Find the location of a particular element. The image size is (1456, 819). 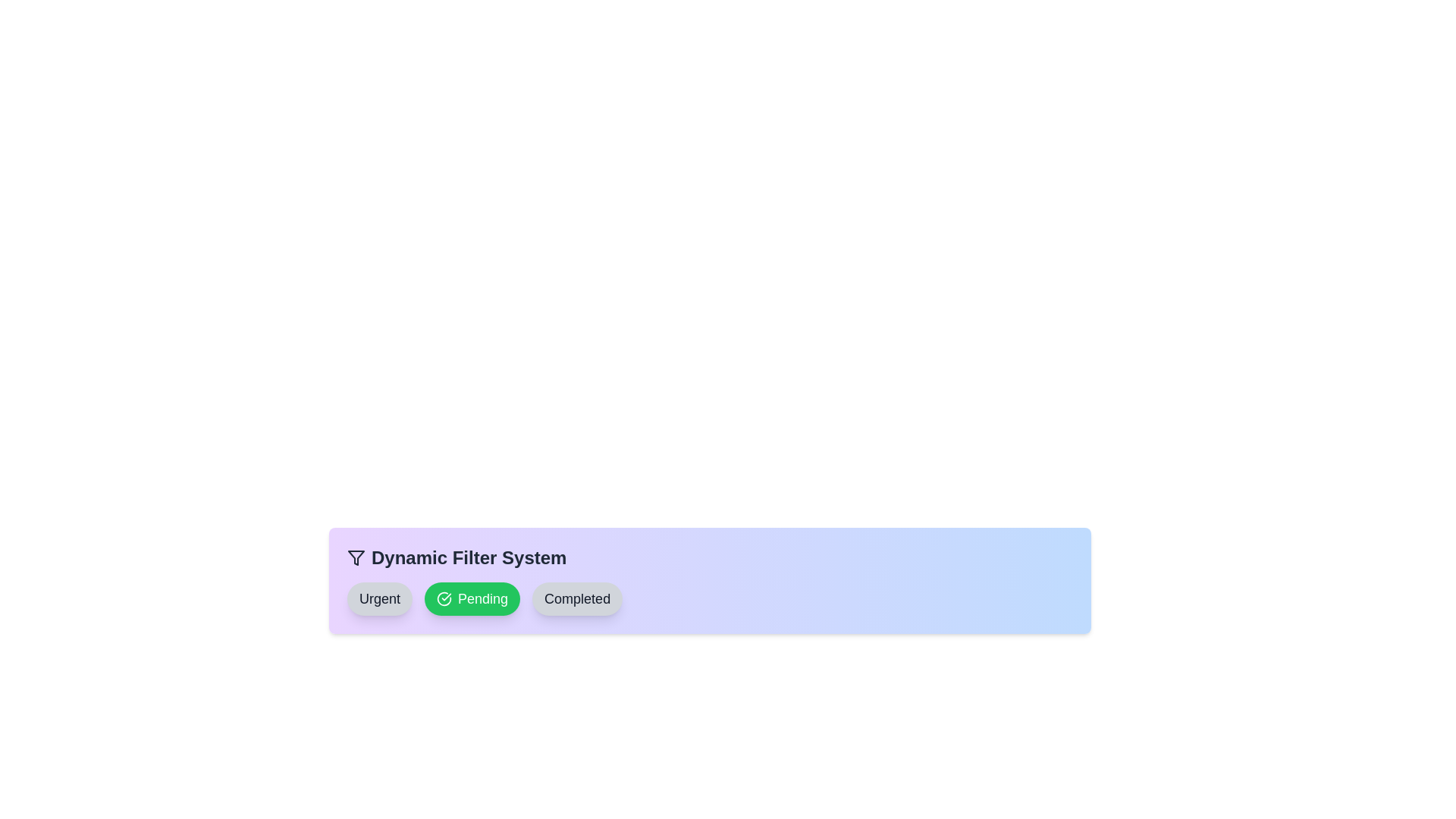

the 'Completed' filter chip to toggle its state is located at coordinates (576, 598).